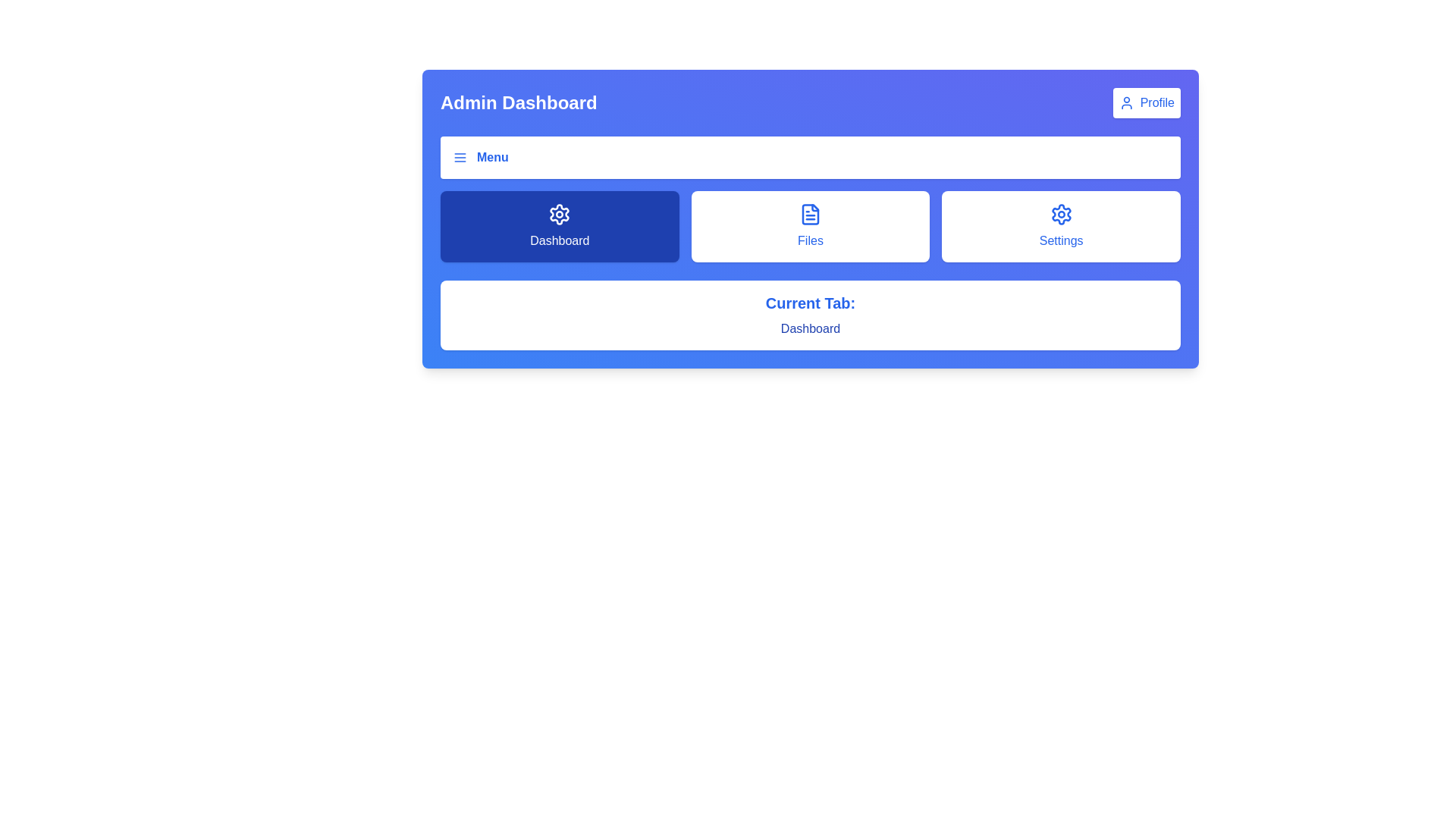 The height and width of the screenshot is (819, 1456). I want to click on the 'Settings' button, which is a rectangular button with rounded corners, white background, and blue text below a blue gear icon, located in the third column of a three-column grid below the title bar, so click(1060, 227).